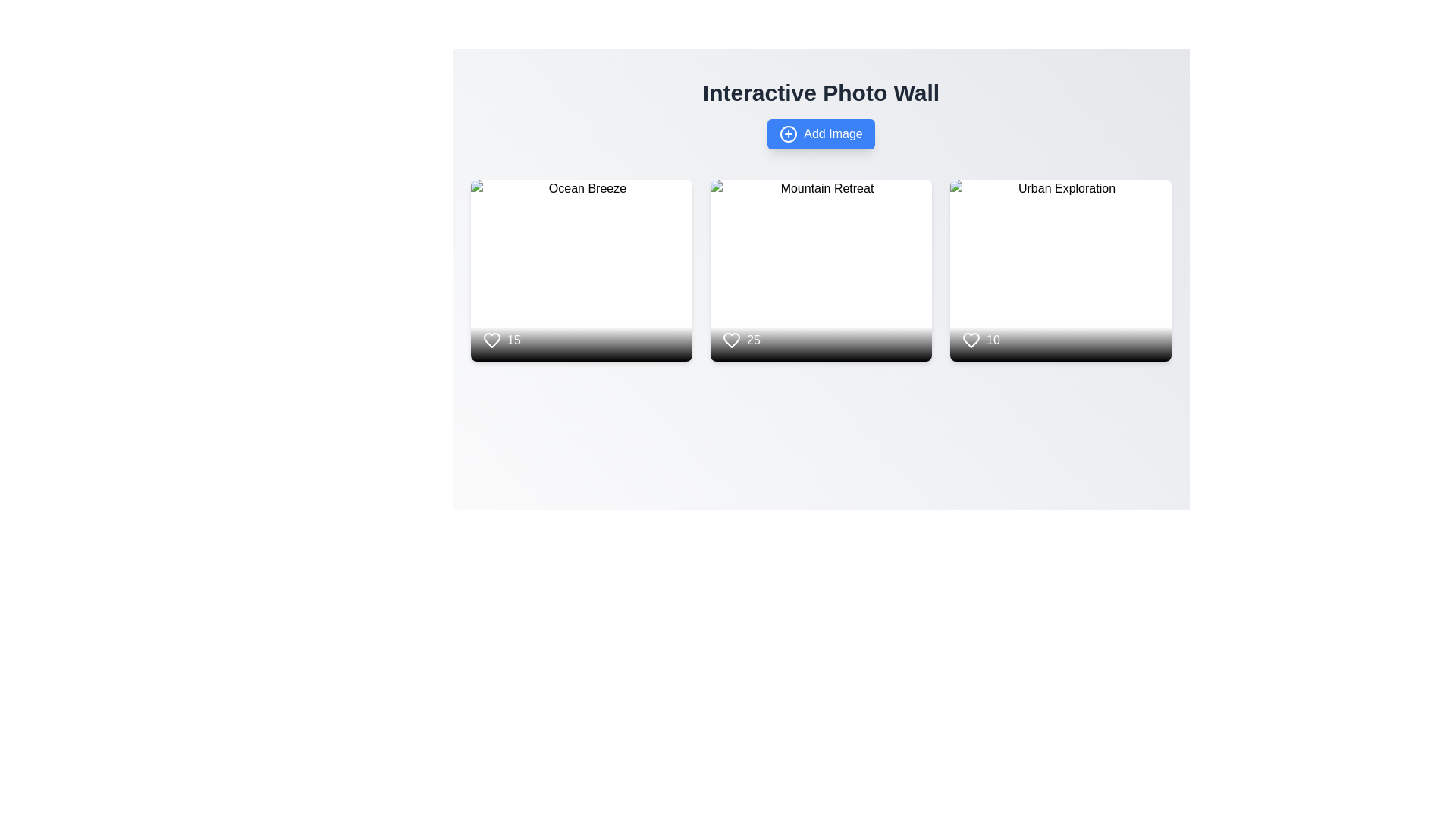  What do you see at coordinates (491, 339) in the screenshot?
I see `the heart-shaped SVG icon representing likes or favorites, located inside the leftmost card in the bottom row, beside the count of '15'` at bounding box center [491, 339].